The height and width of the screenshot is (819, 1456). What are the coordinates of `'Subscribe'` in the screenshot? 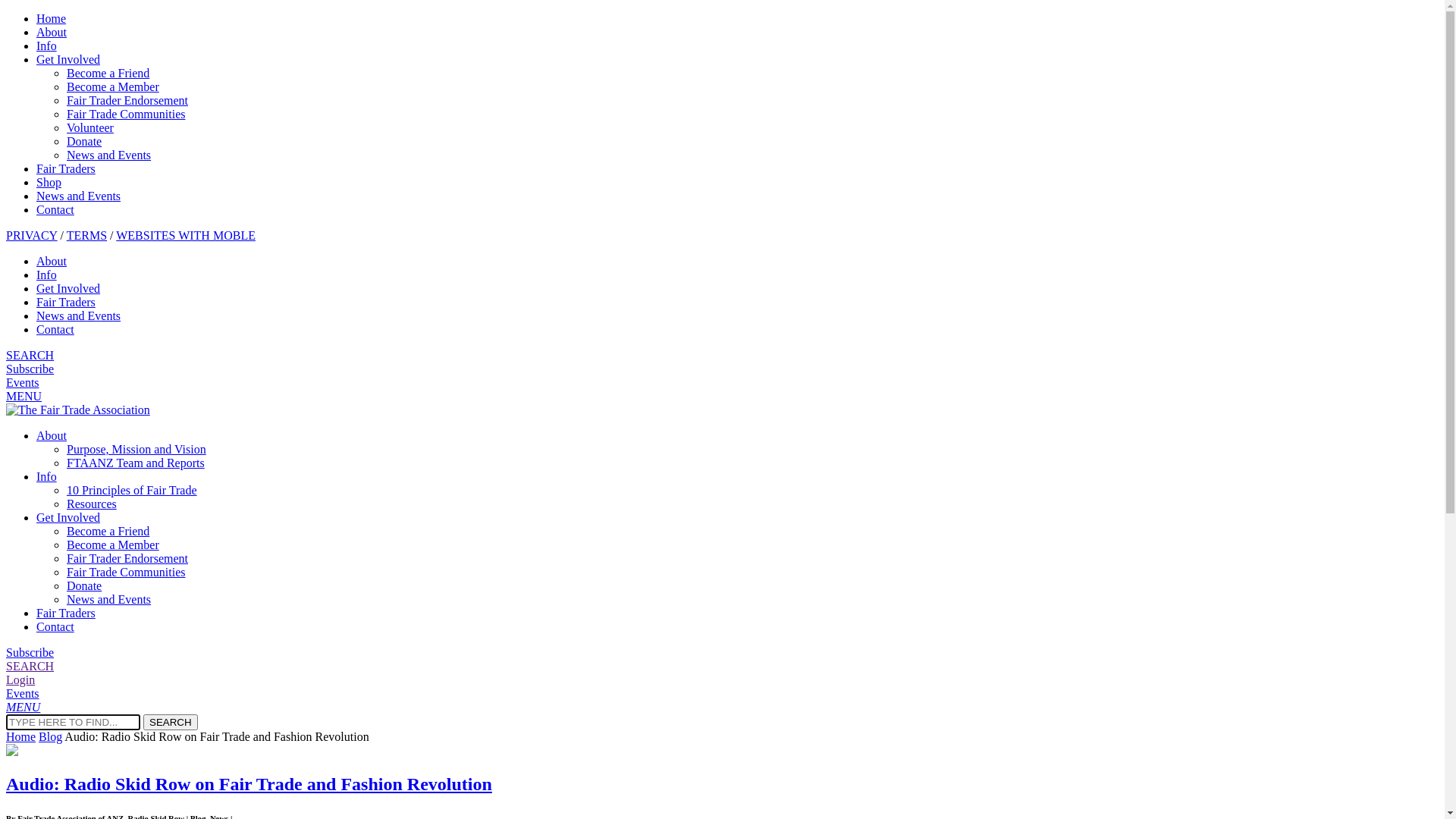 It's located at (30, 651).